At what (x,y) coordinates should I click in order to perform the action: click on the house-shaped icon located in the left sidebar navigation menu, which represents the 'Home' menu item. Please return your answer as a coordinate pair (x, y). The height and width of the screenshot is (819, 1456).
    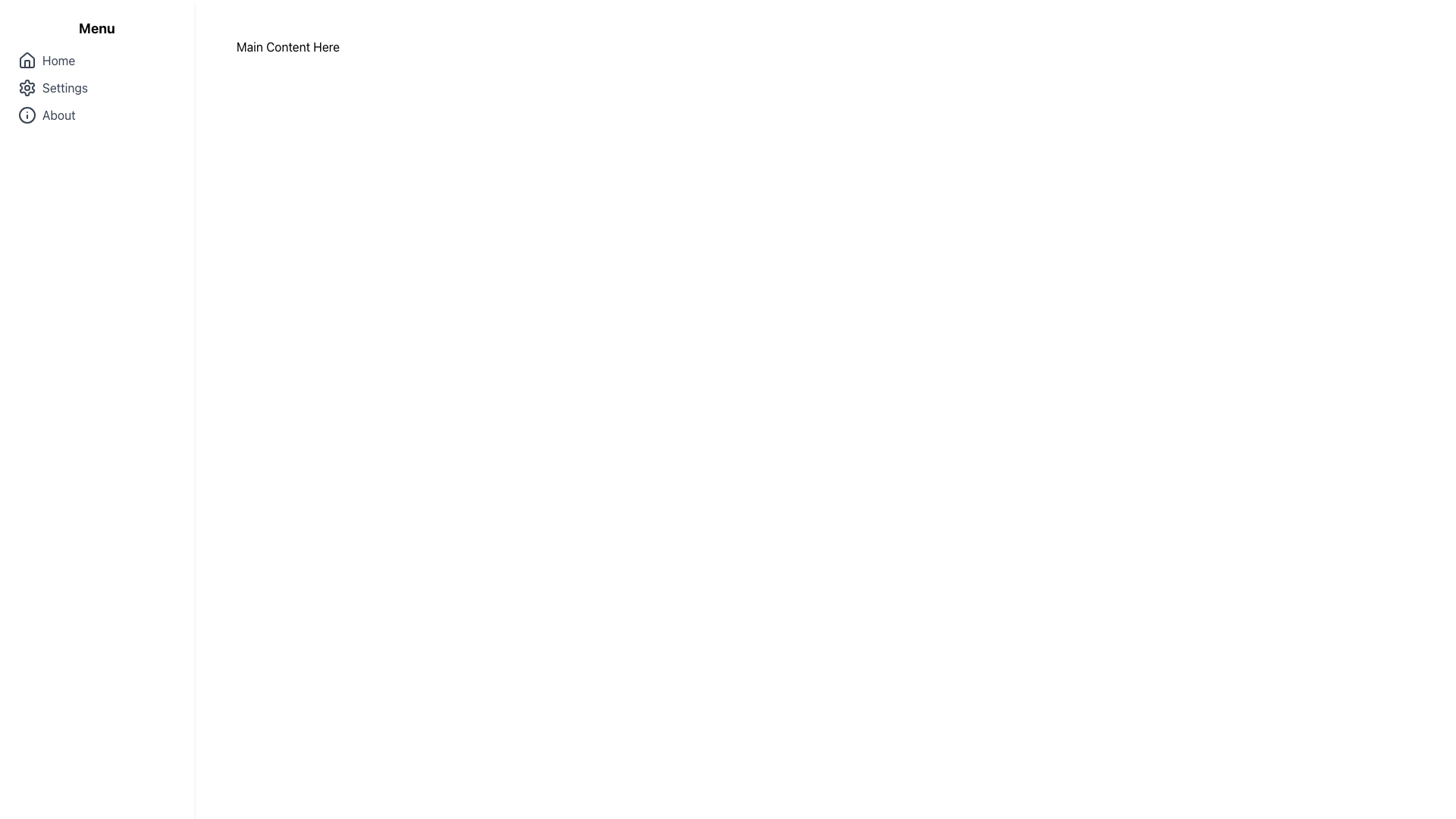
    Looking at the image, I should click on (27, 58).